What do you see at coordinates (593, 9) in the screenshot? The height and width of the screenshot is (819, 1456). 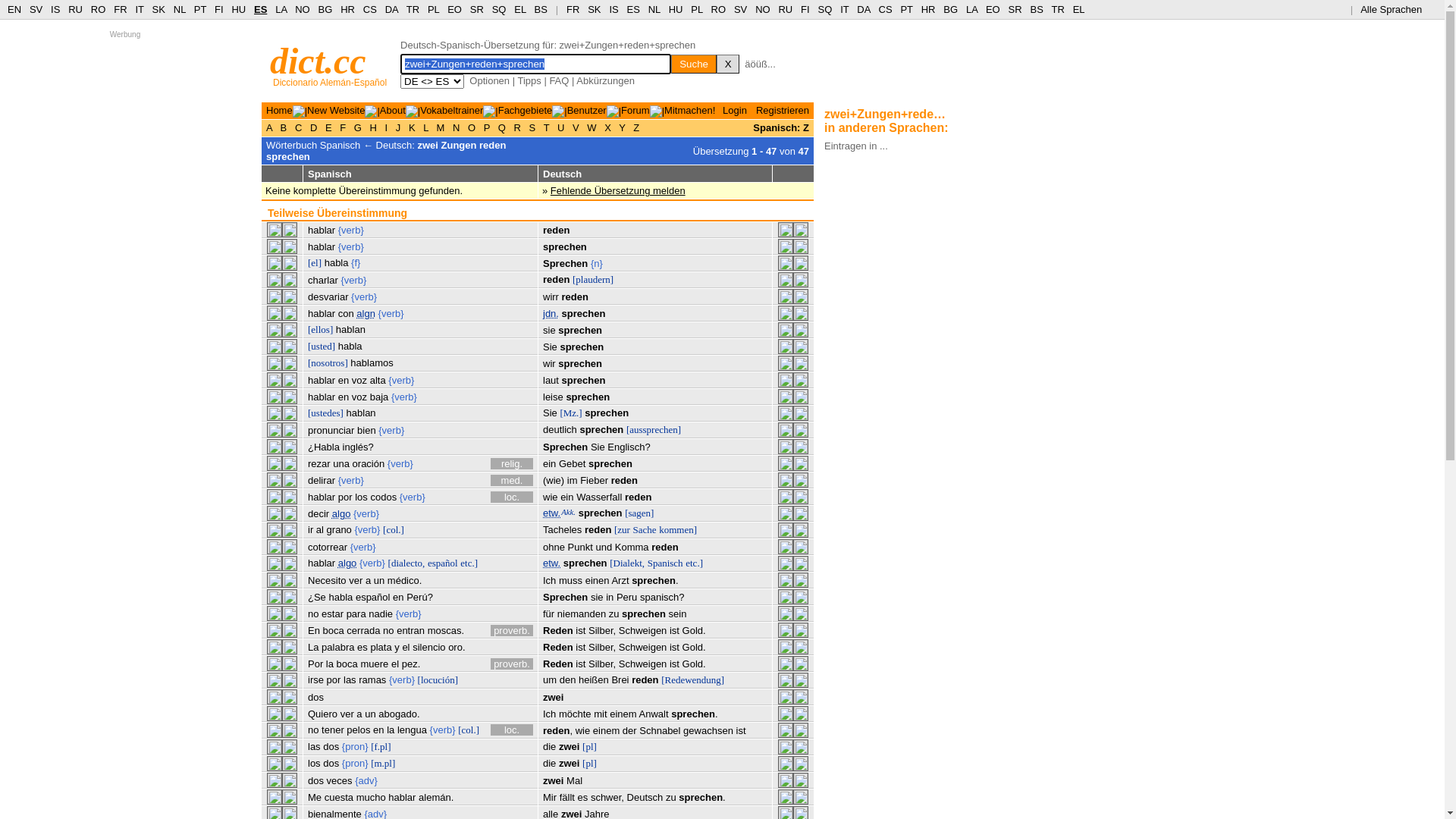 I see `'SK'` at bounding box center [593, 9].